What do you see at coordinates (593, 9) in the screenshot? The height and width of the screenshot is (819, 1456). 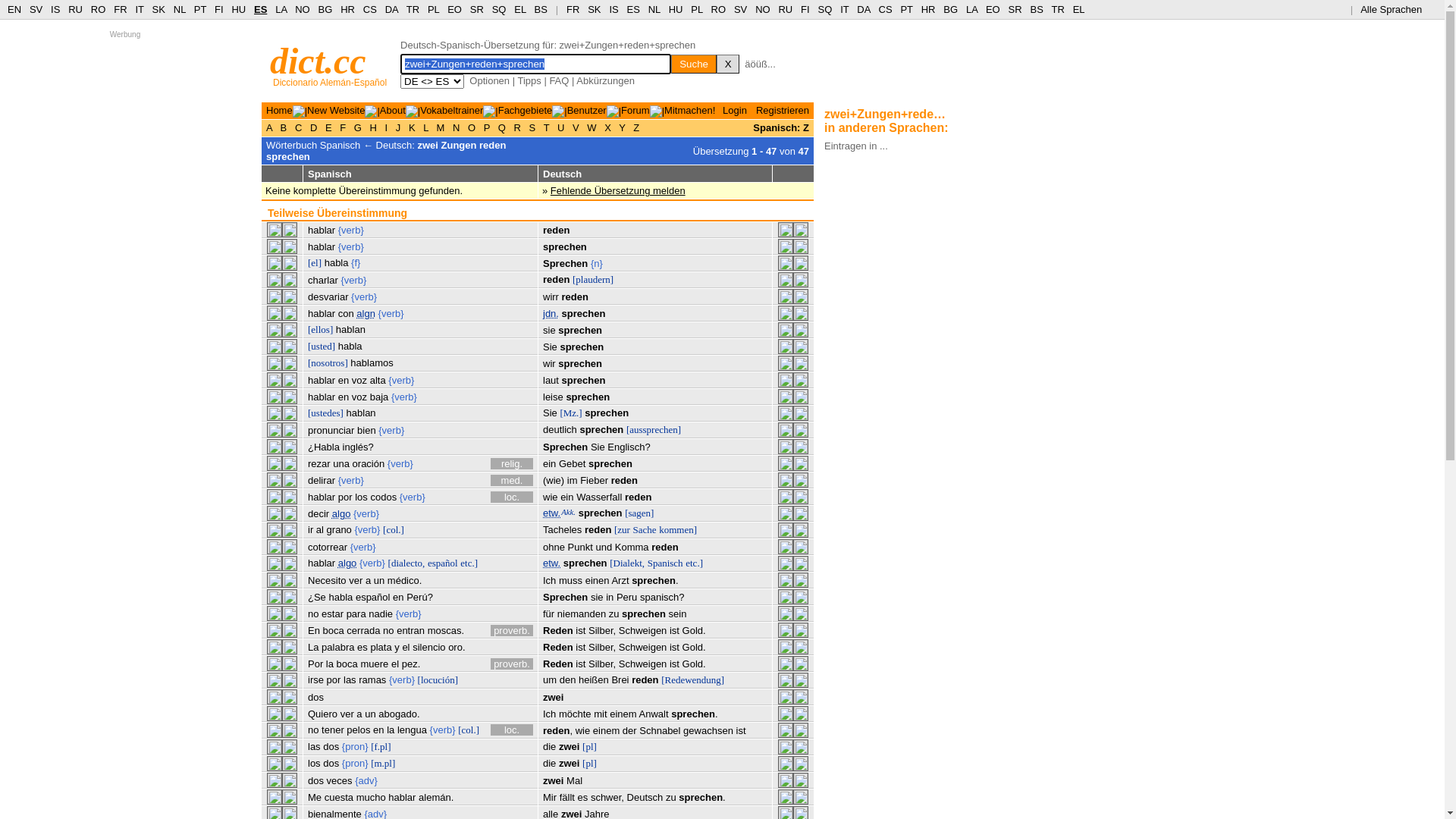 I see `'SK'` at bounding box center [593, 9].